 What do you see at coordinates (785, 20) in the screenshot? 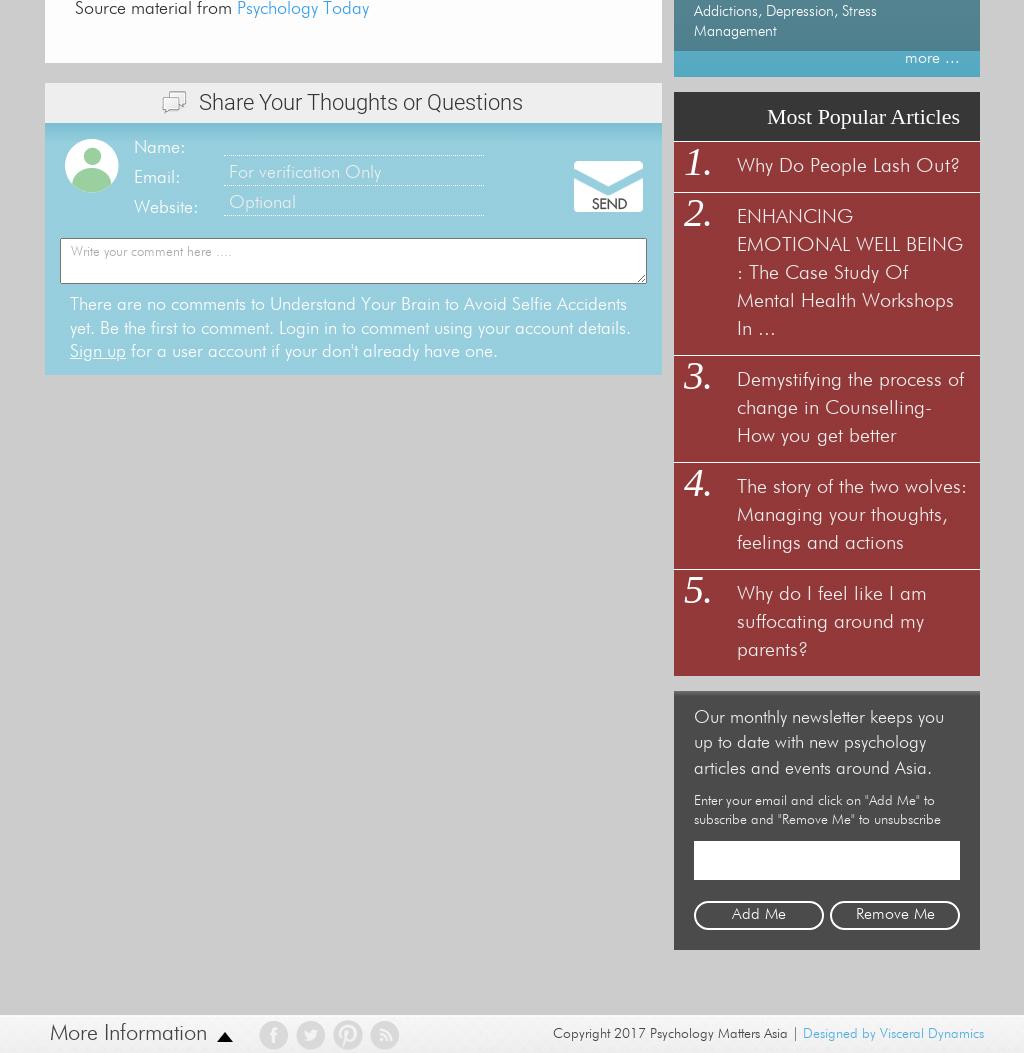
I see `'Addictions, Depression, Stress Management'` at bounding box center [785, 20].